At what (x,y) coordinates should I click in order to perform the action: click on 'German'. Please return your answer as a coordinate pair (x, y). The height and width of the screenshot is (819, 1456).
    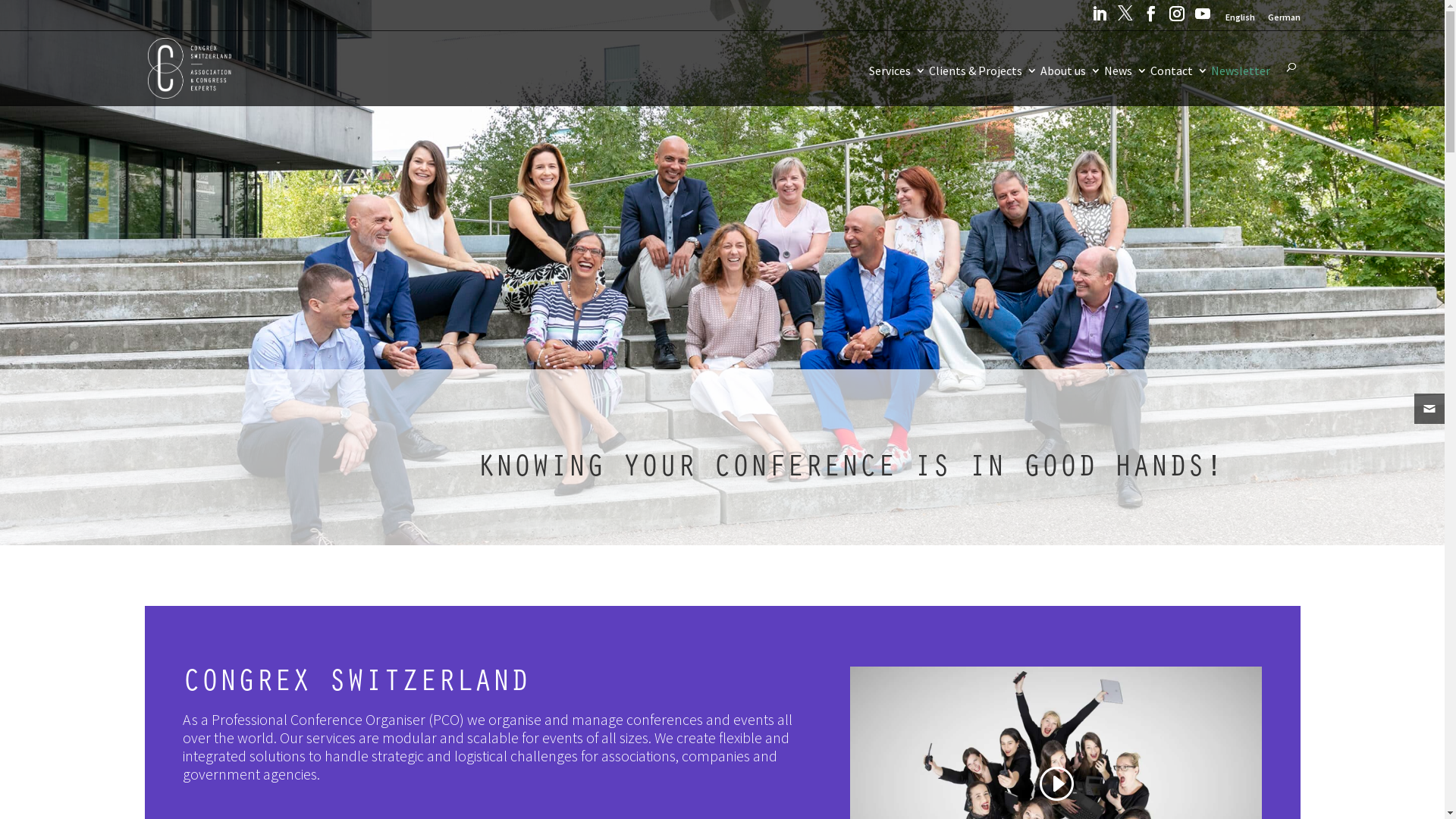
    Looking at the image, I should click on (1283, 20).